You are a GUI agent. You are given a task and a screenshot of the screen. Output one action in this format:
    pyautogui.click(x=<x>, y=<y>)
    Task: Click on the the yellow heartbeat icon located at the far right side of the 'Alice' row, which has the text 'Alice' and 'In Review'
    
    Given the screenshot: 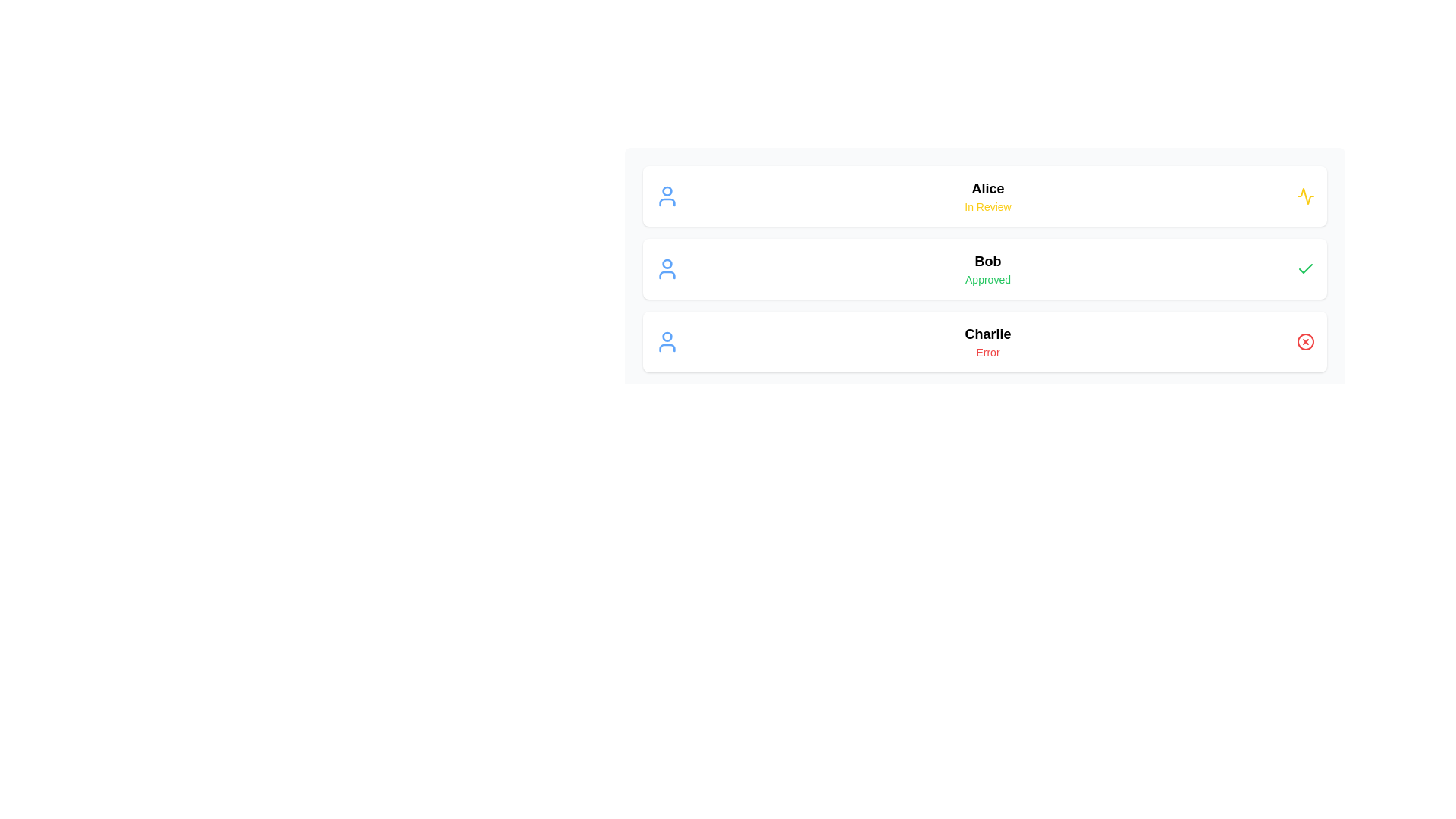 What is the action you would take?
    pyautogui.click(x=1305, y=195)
    